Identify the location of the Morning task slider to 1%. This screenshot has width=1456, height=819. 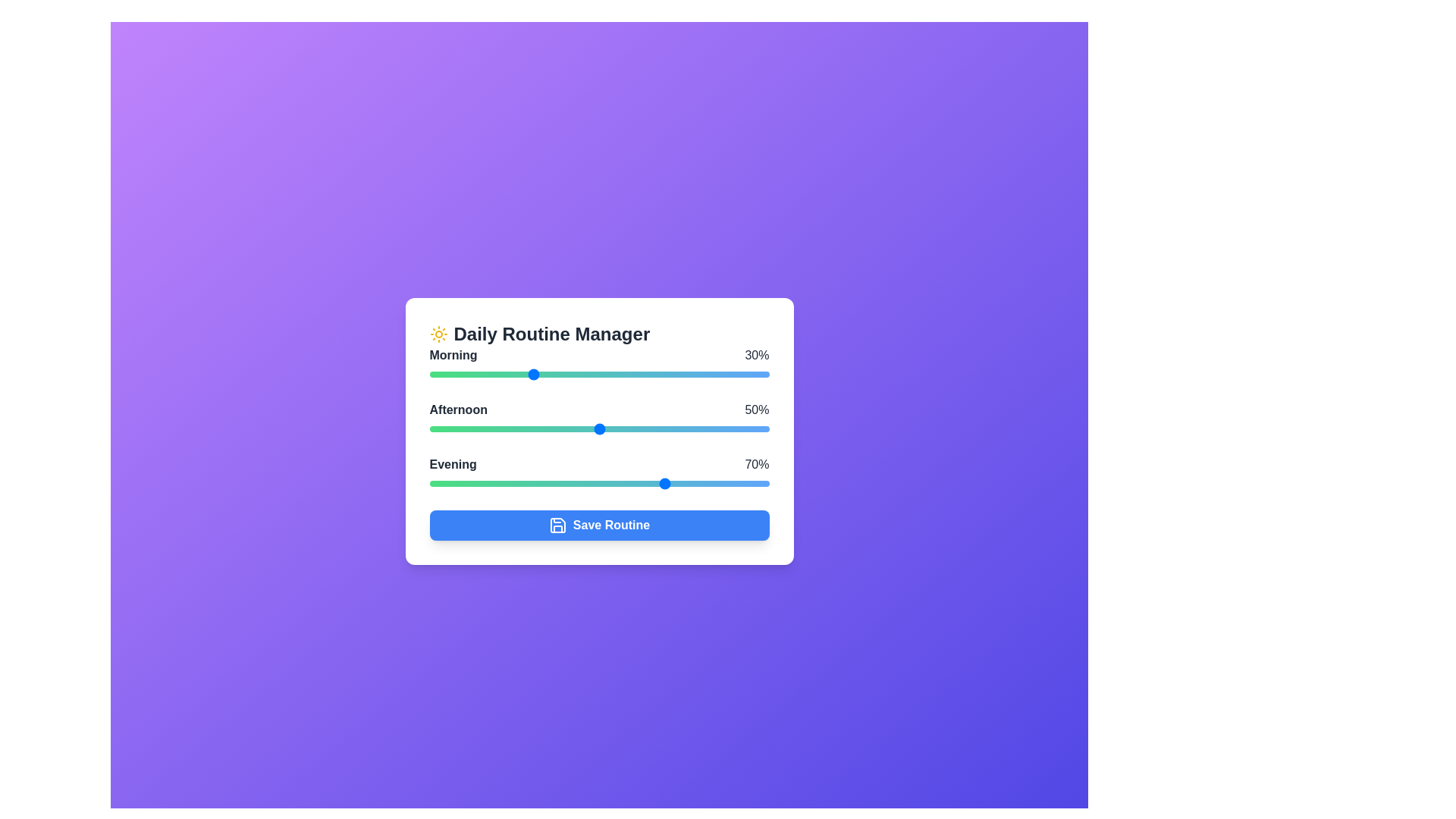
(432, 374).